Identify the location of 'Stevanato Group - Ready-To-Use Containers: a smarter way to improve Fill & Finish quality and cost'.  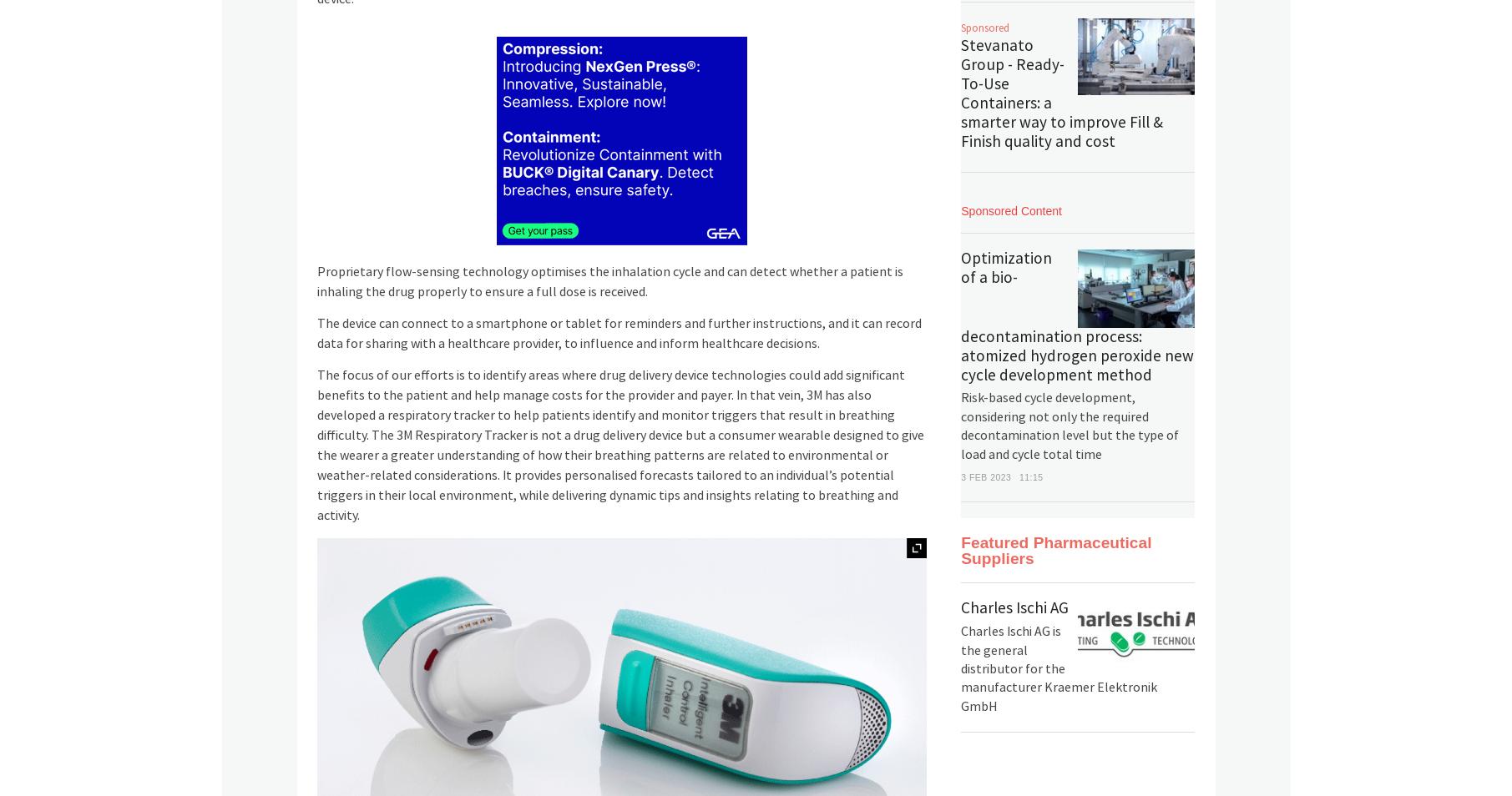
(1062, 93).